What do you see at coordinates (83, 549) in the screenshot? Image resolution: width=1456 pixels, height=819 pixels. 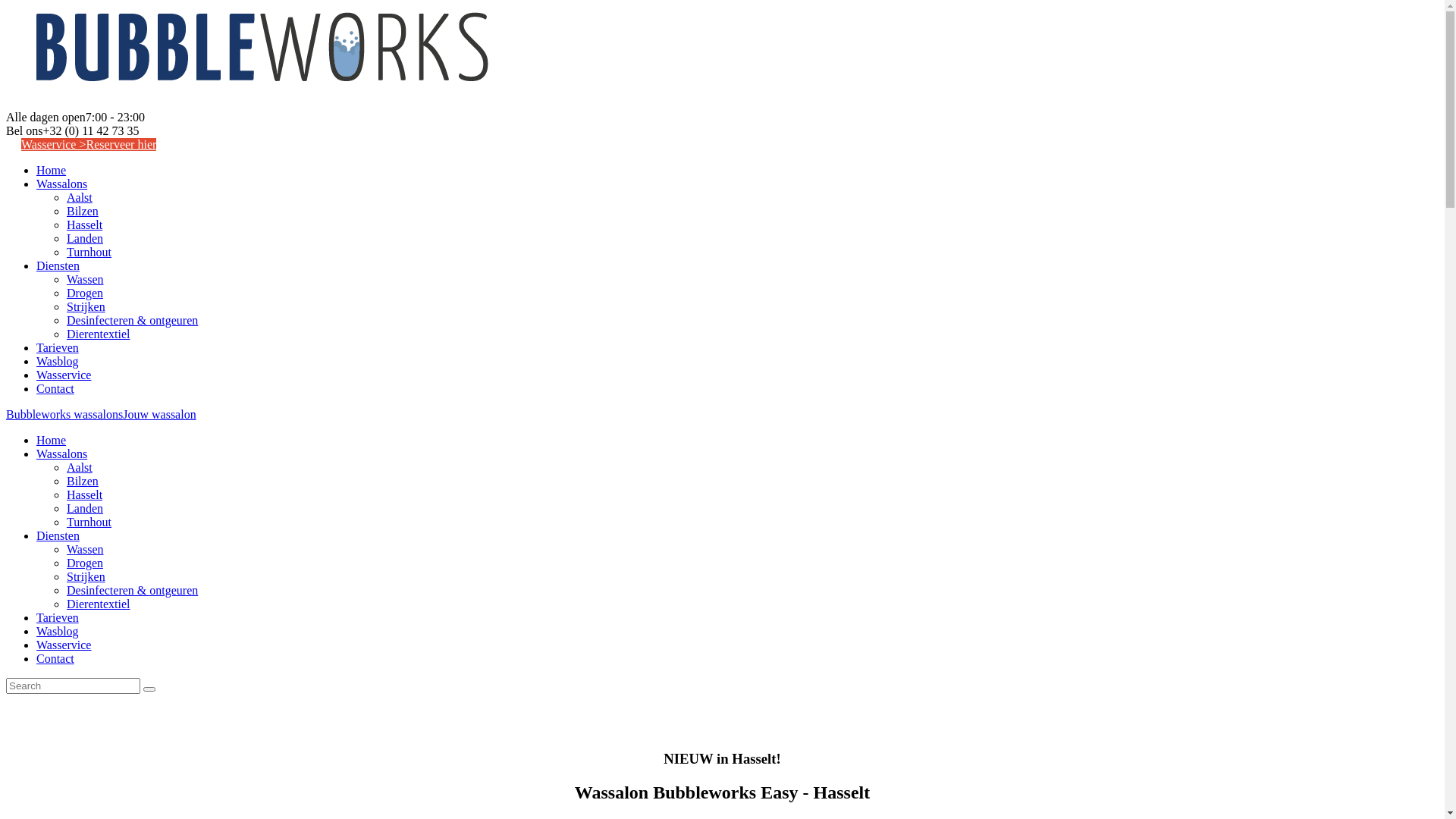 I see `'Wassen'` at bounding box center [83, 549].